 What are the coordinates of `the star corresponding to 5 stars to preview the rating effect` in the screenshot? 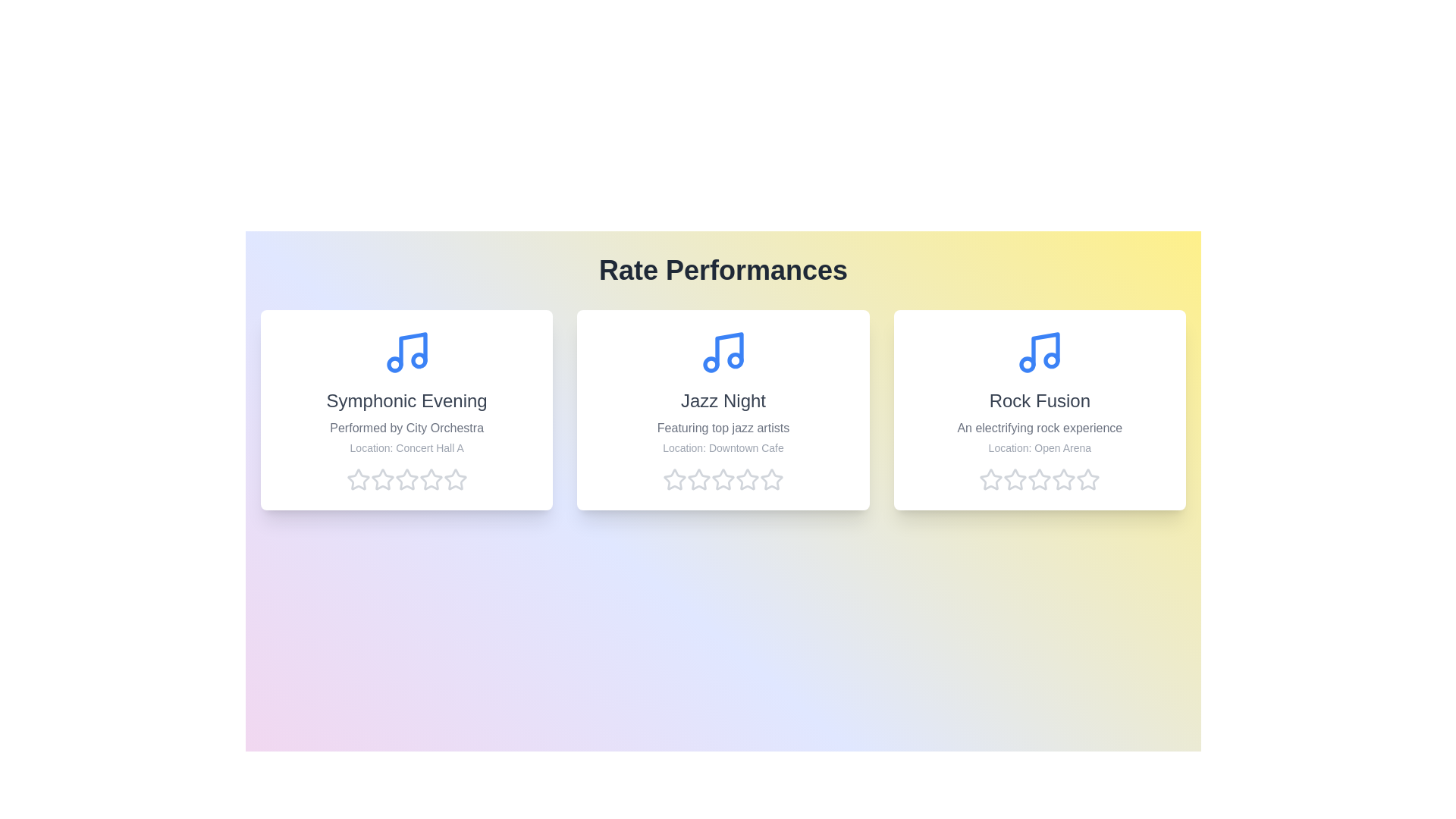 It's located at (454, 479).